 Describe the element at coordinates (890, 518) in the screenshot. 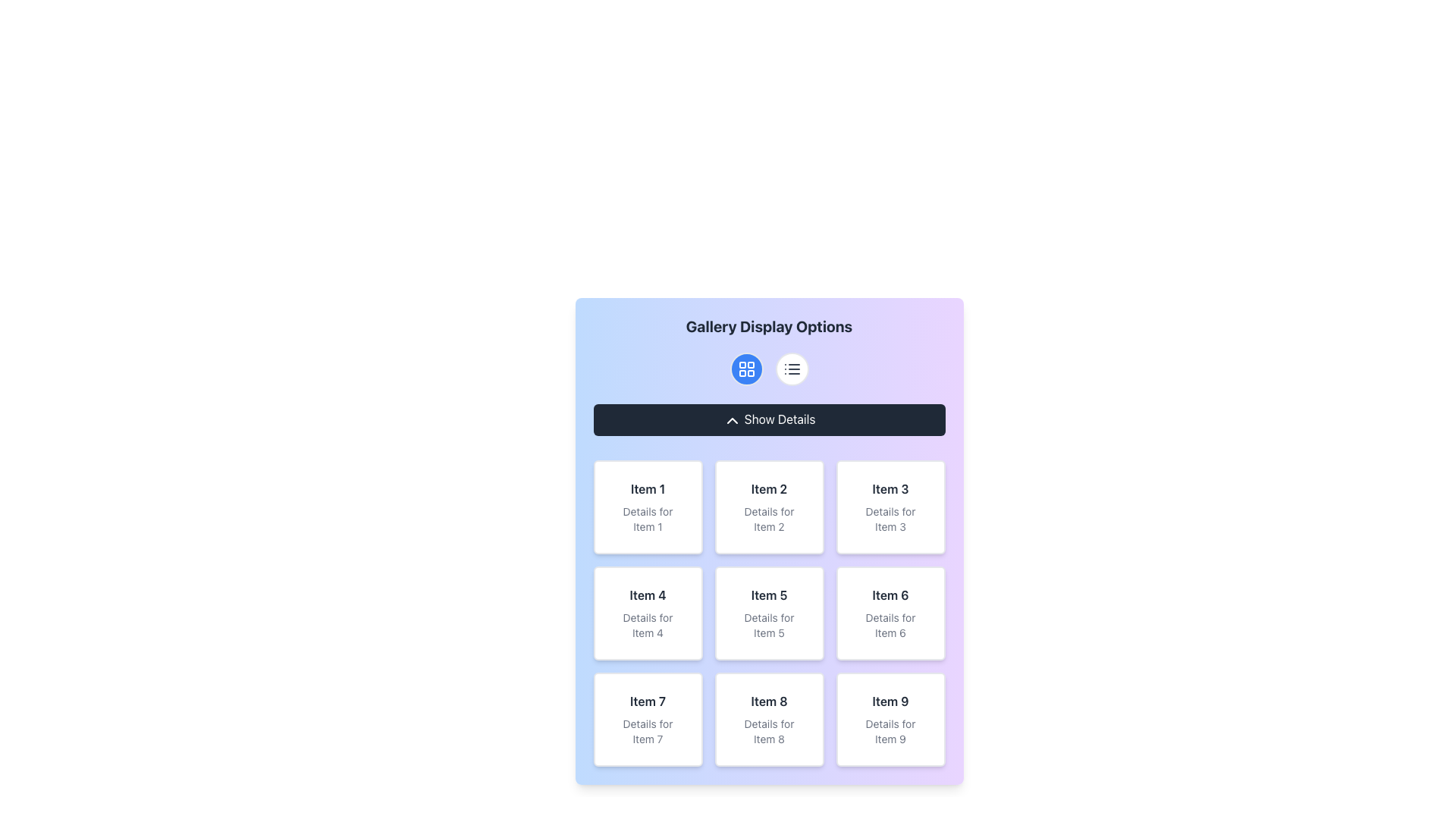

I see `descriptive text element located directly below 'Item 3' in the third card of the third column in a 3x3 grid` at that location.